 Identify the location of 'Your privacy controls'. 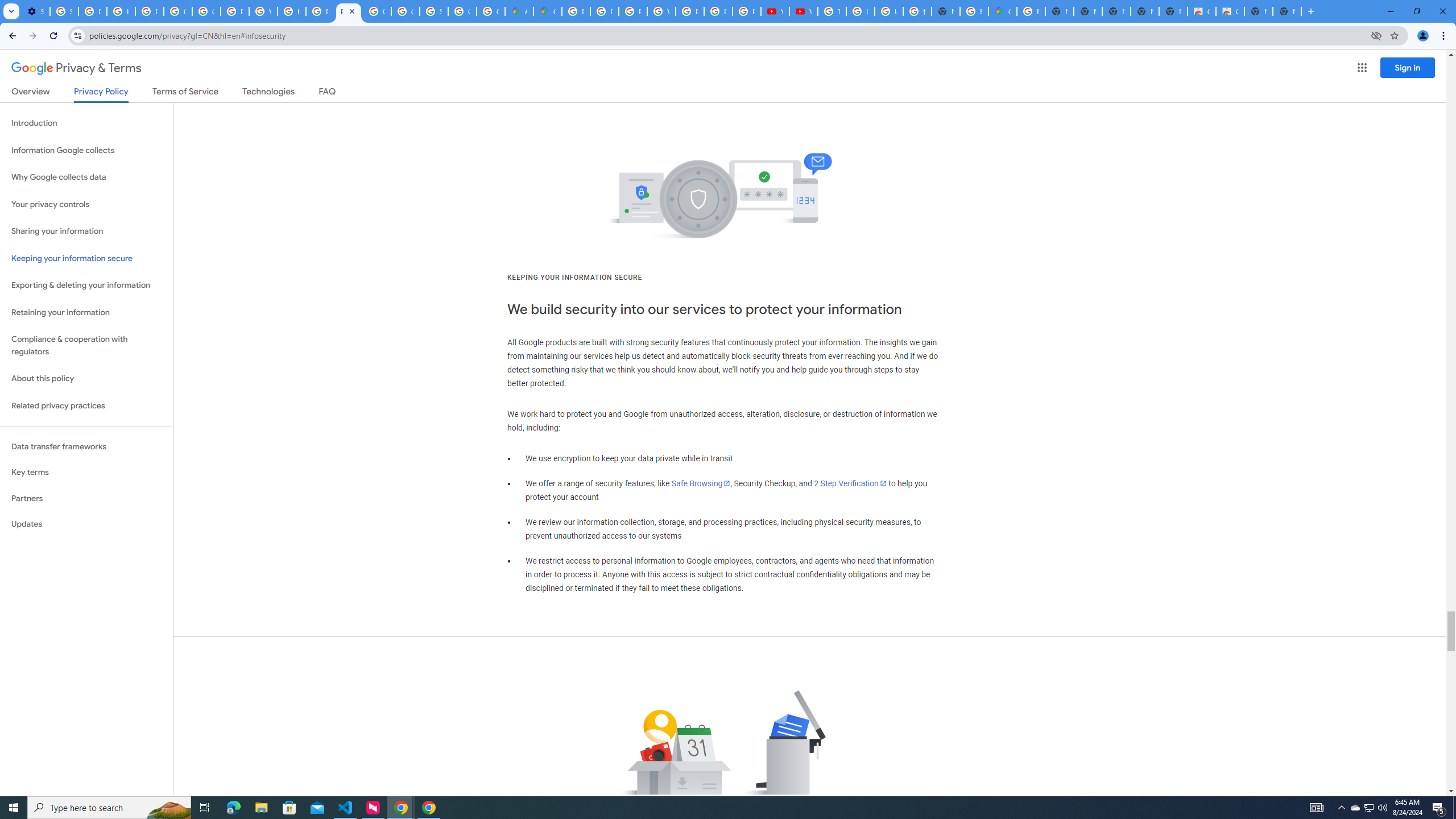
(86, 205).